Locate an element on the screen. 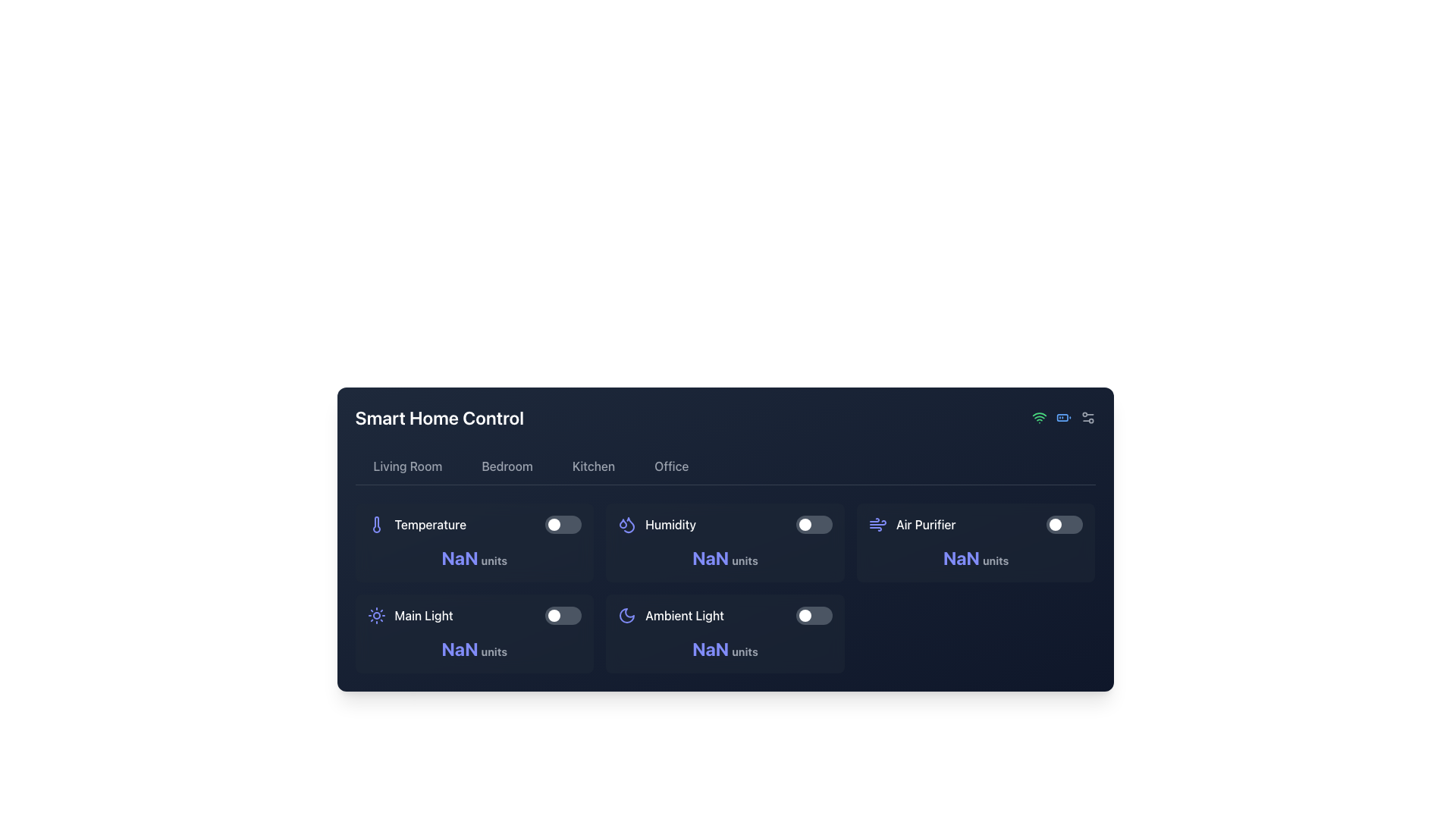 The width and height of the screenshot is (1456, 819). the toggle switch in the control section to change the state of the 'Temperature' function is located at coordinates (563, 523).